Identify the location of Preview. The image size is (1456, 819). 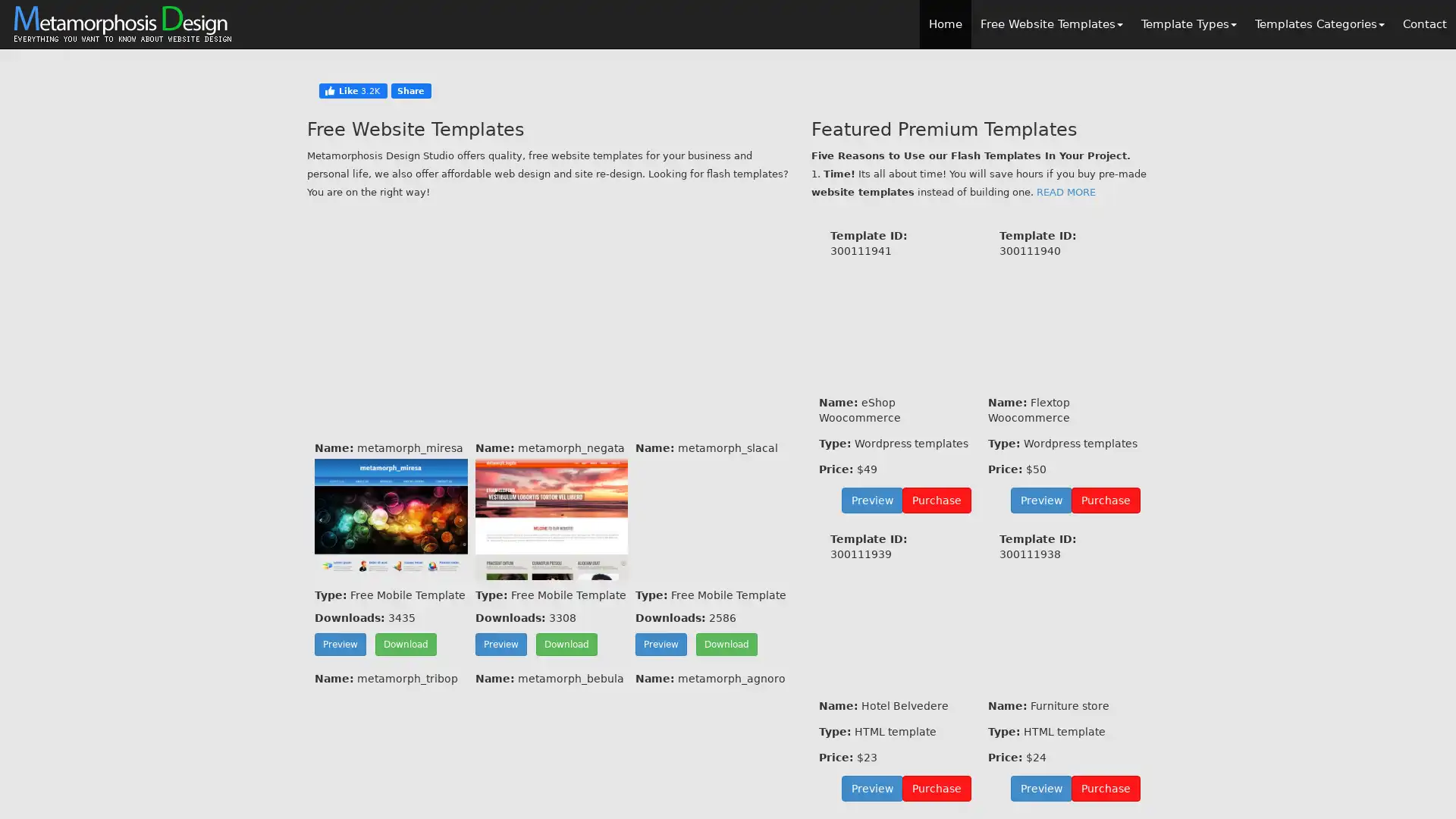
(1040, 788).